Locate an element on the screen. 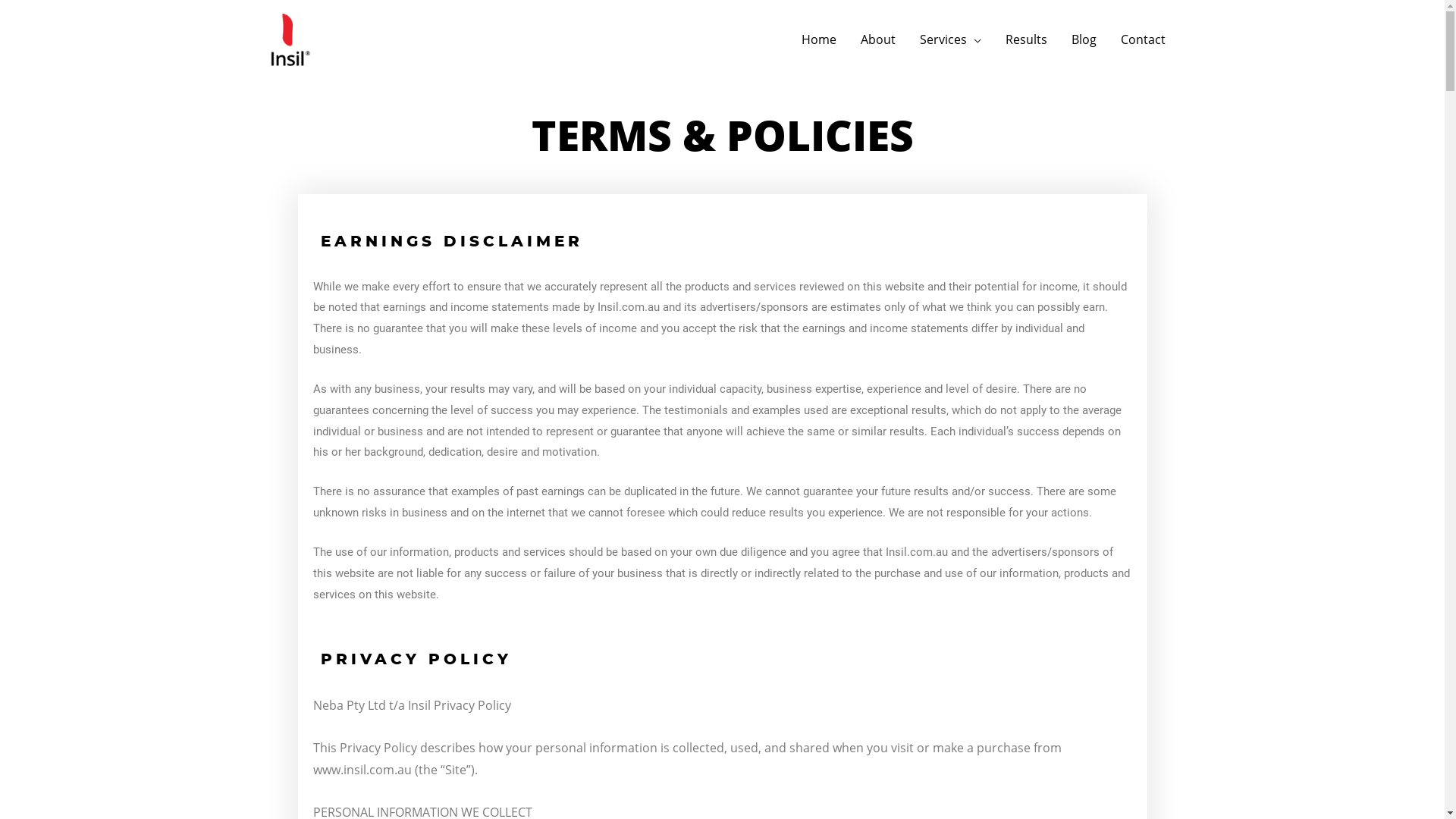 The width and height of the screenshot is (1456, 819). 'Blog' is located at coordinates (1082, 38).